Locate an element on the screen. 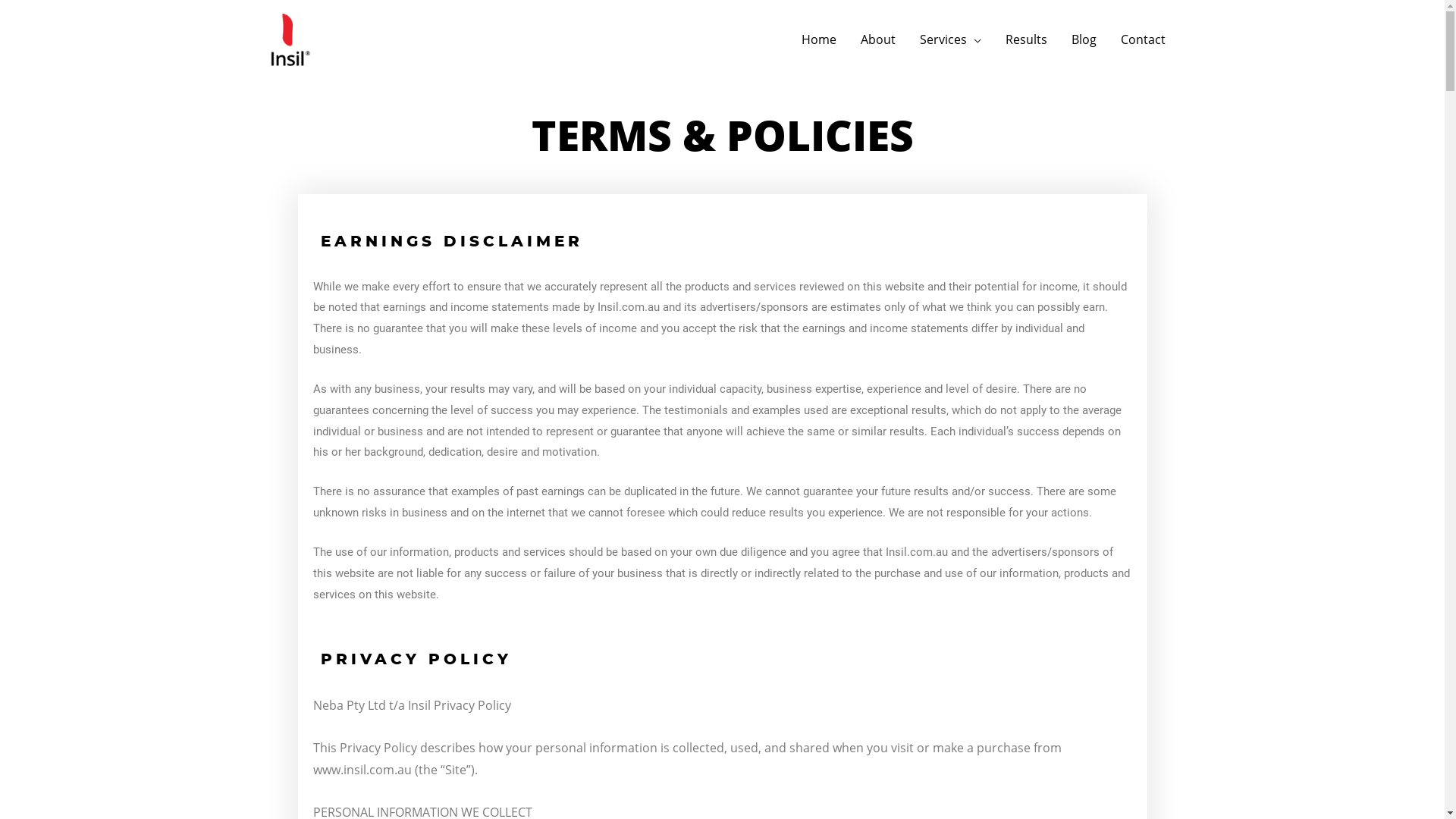 The width and height of the screenshot is (1456, 819). 'Blog' is located at coordinates (1082, 38).